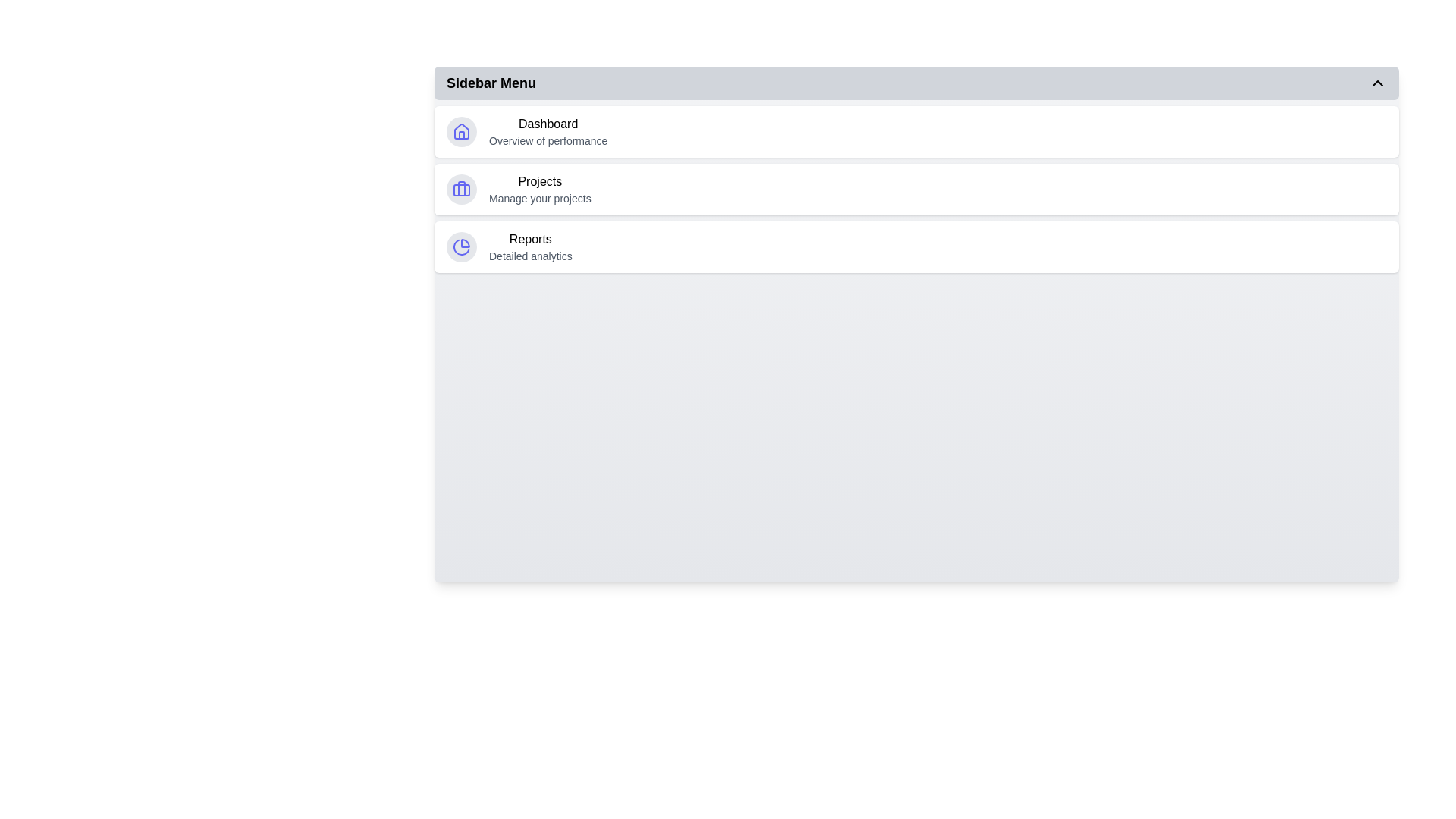 This screenshot has width=1456, height=819. What do you see at coordinates (916, 246) in the screenshot?
I see `the menu item Reports to navigate to the respective section` at bounding box center [916, 246].